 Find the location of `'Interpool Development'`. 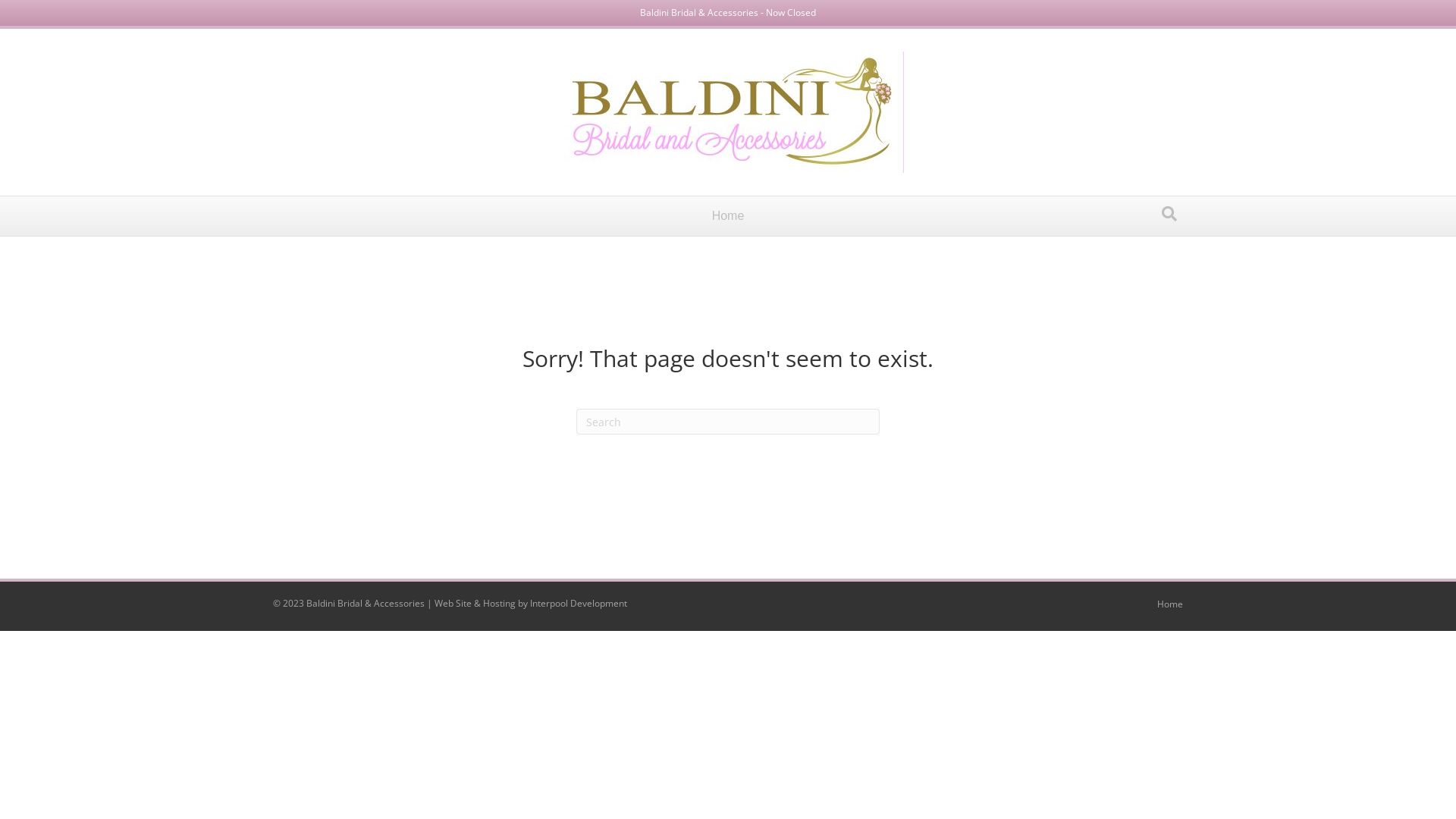

'Interpool Development' is located at coordinates (530, 602).